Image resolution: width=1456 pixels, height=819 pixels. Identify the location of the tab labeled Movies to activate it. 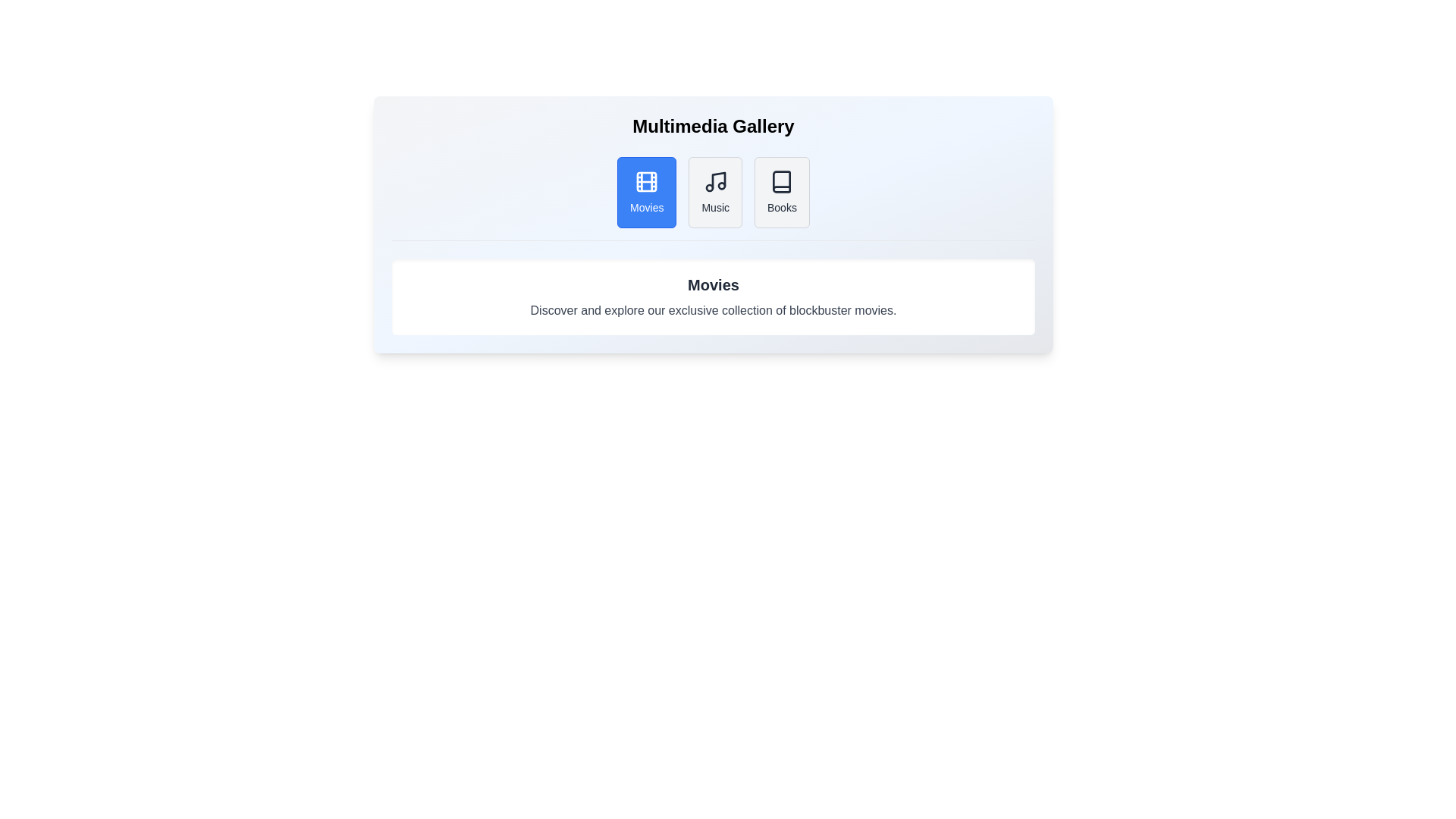
(647, 192).